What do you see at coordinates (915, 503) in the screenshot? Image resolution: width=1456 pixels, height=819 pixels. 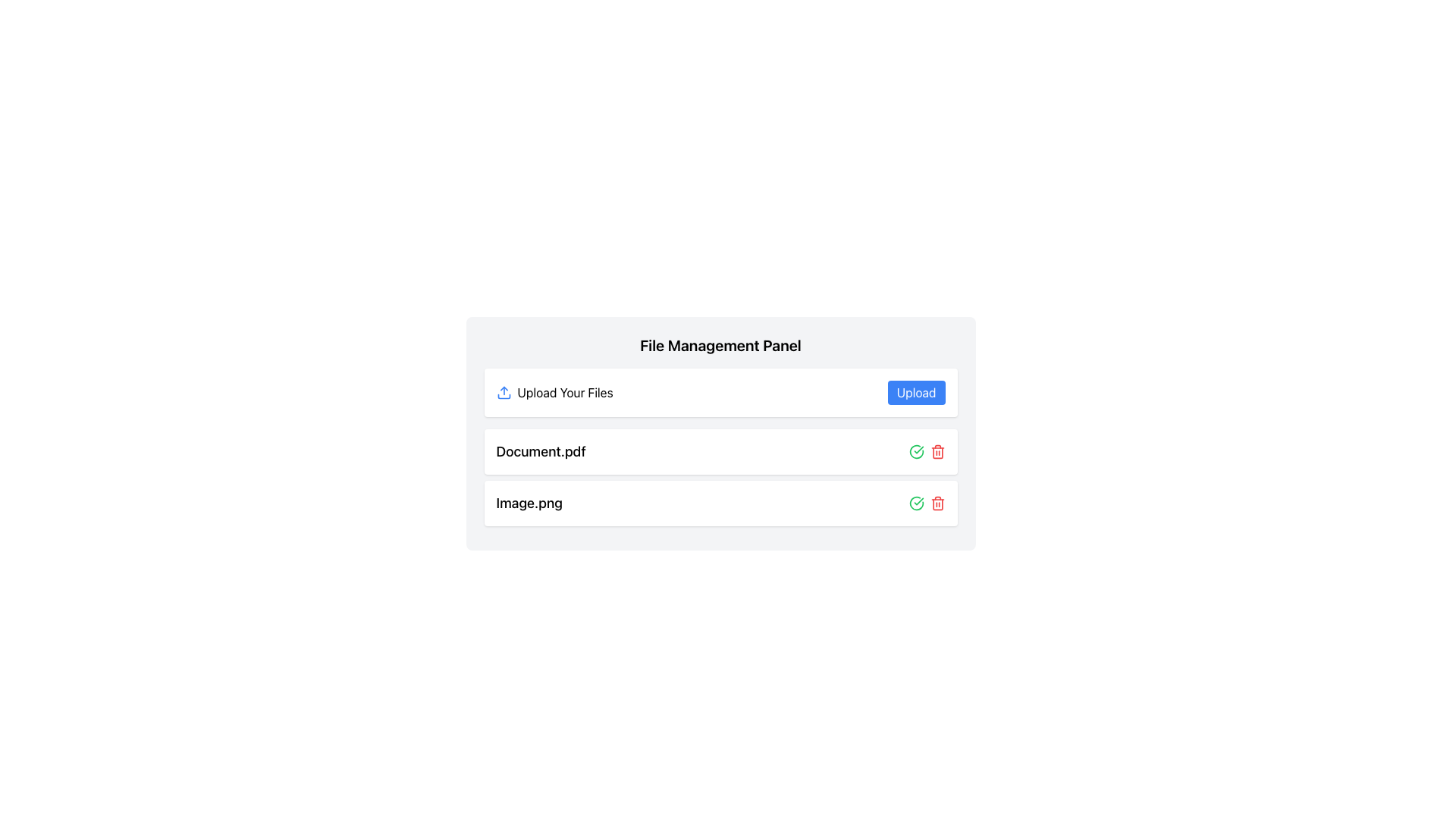 I see `the status indicator icon for the file 'Image.png', which is the first small icon positioned to the right of the text in the file management interface` at bounding box center [915, 503].